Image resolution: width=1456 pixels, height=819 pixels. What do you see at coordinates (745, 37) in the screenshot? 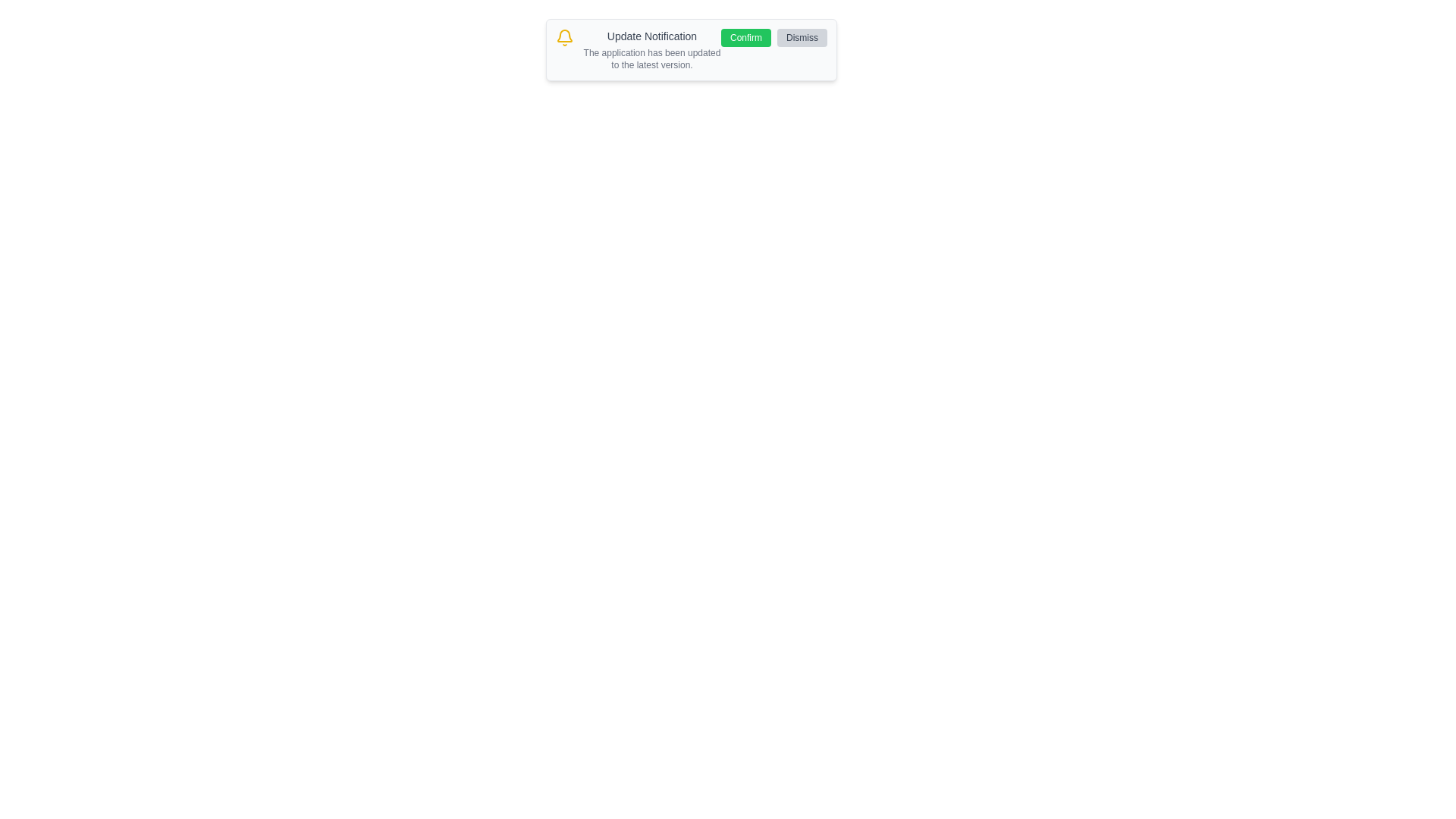
I see `the green 'Confirm' button with white text positioned at the top center of the interface to confirm the action` at bounding box center [745, 37].